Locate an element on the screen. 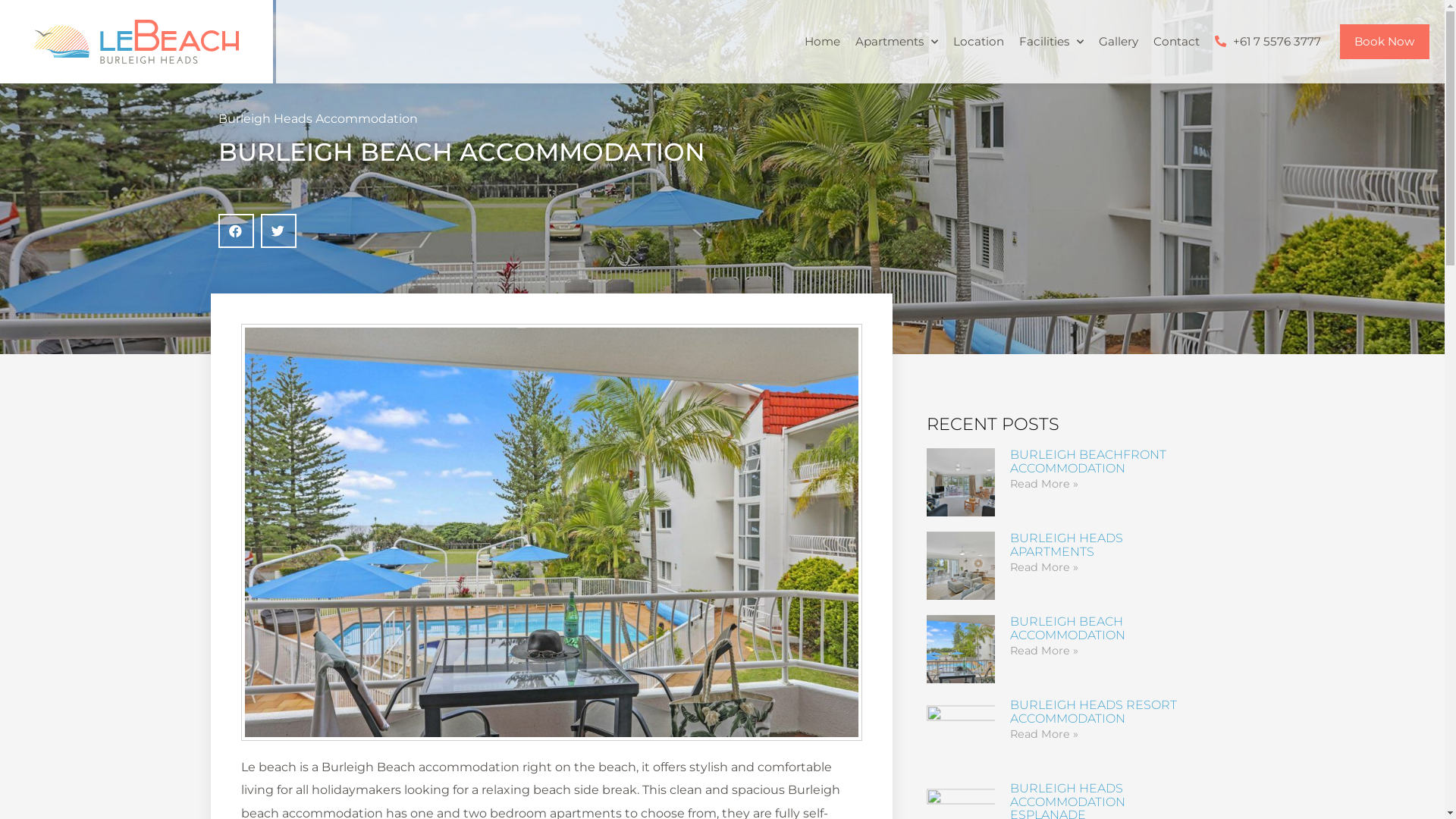 The height and width of the screenshot is (819, 1456). 'Home' is located at coordinates (795, 40).